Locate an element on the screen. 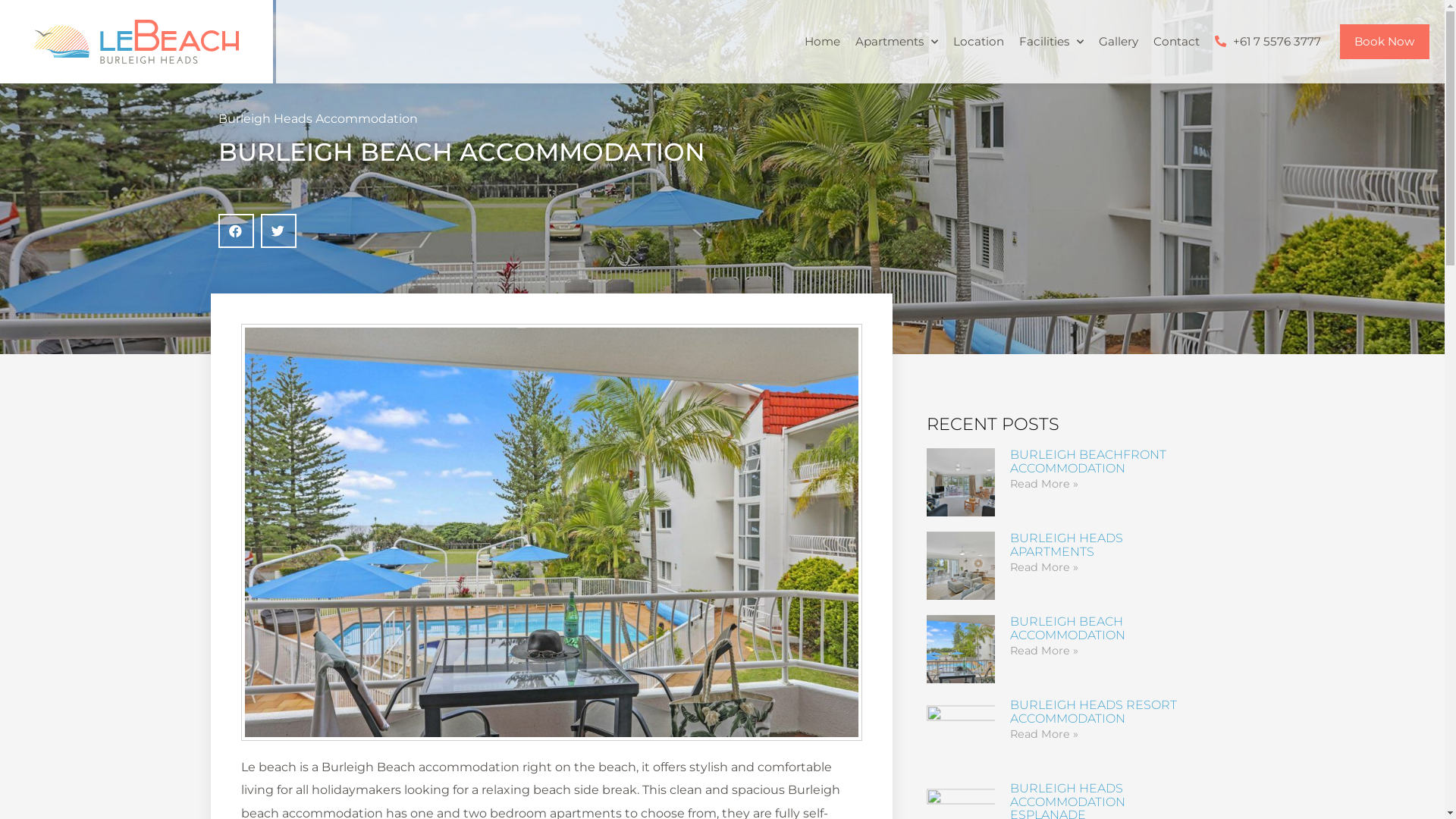 The height and width of the screenshot is (819, 1456). 'Home' is located at coordinates (795, 40).